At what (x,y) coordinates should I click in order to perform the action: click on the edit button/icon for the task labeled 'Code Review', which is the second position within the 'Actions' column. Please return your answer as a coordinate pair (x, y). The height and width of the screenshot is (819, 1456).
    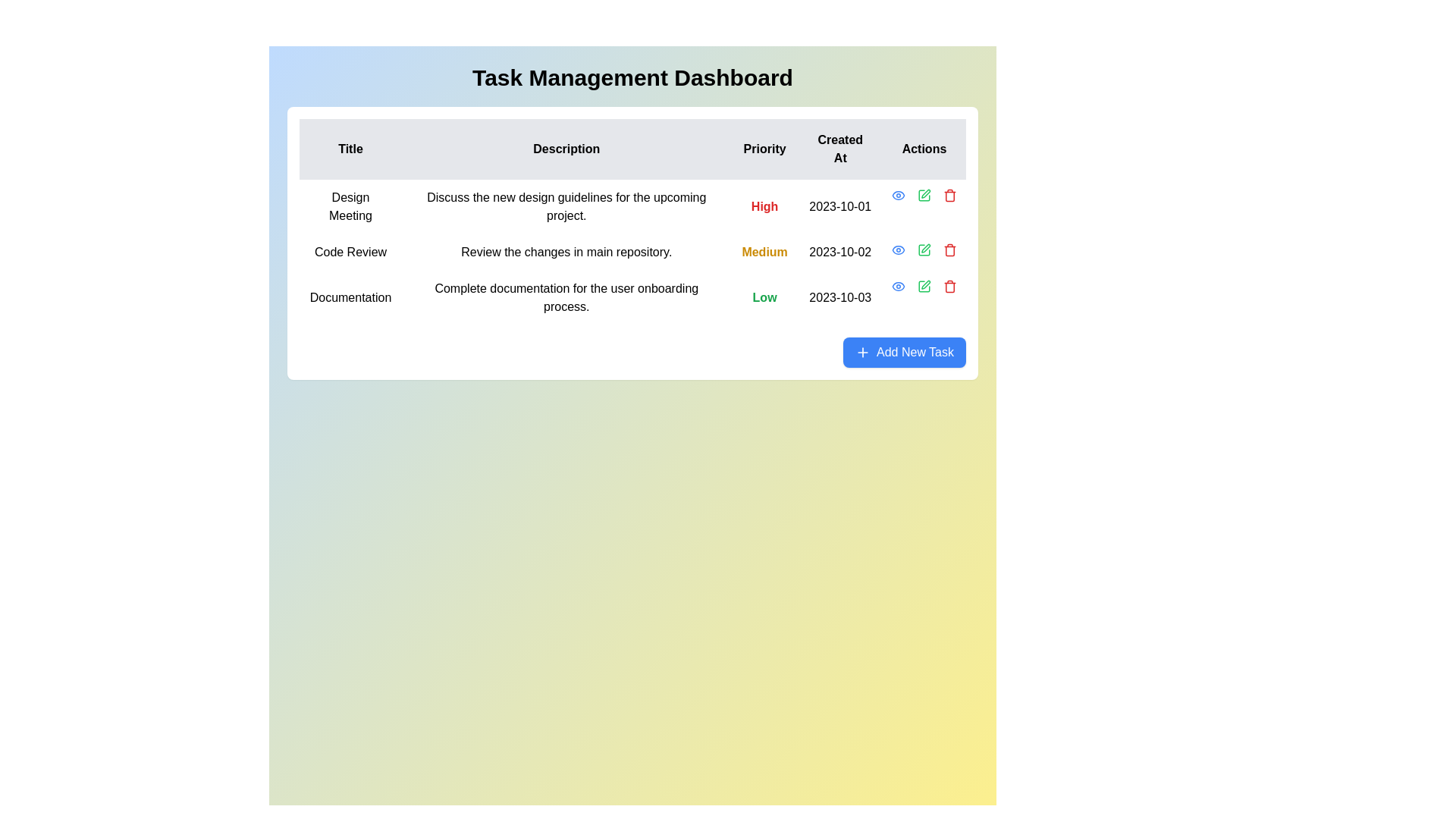
    Looking at the image, I should click on (924, 195).